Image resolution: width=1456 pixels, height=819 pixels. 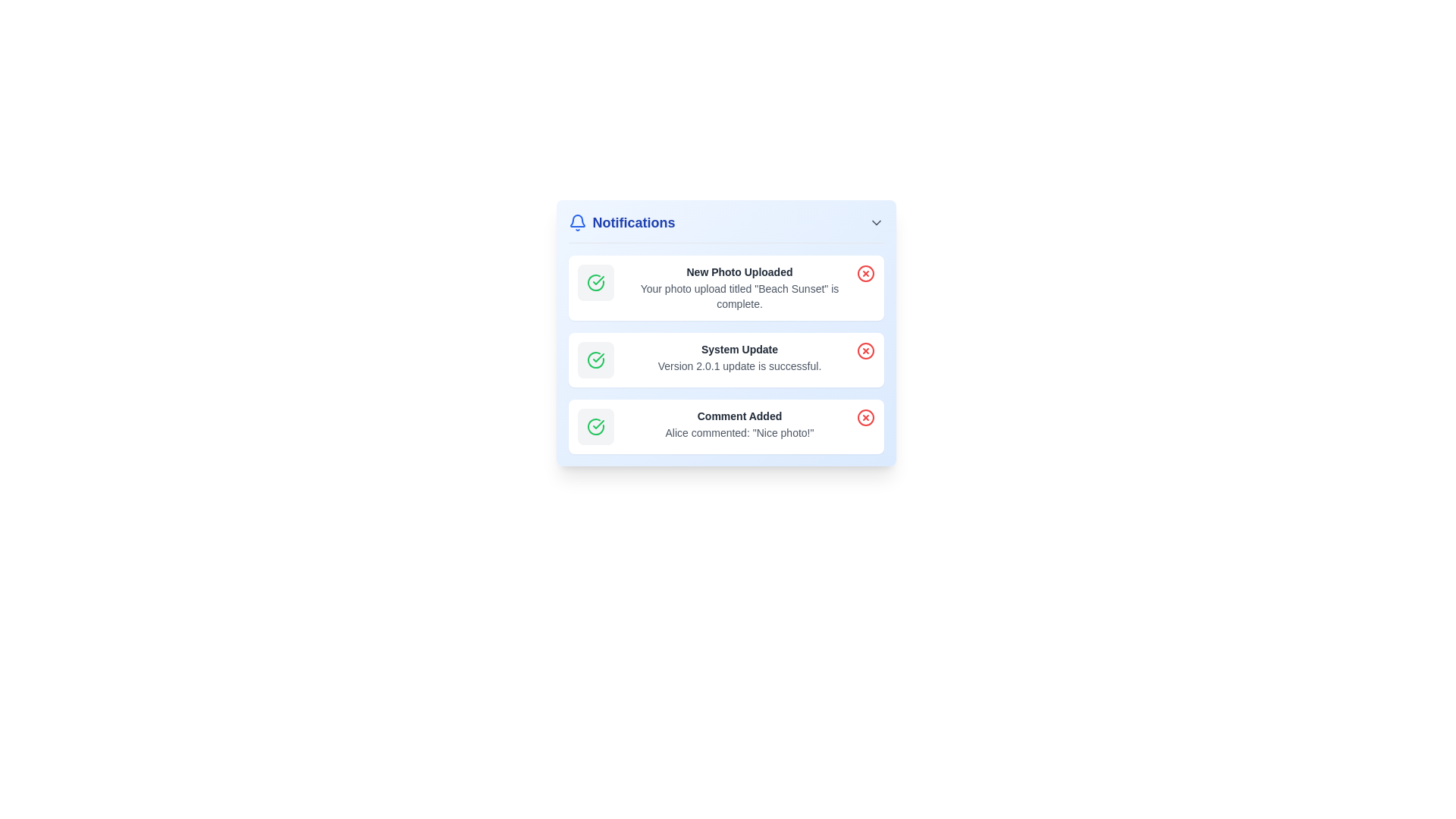 What do you see at coordinates (595, 359) in the screenshot?
I see `the icon that indicates a successful or completed state of the second notification item in the Notifications panel for additional information` at bounding box center [595, 359].